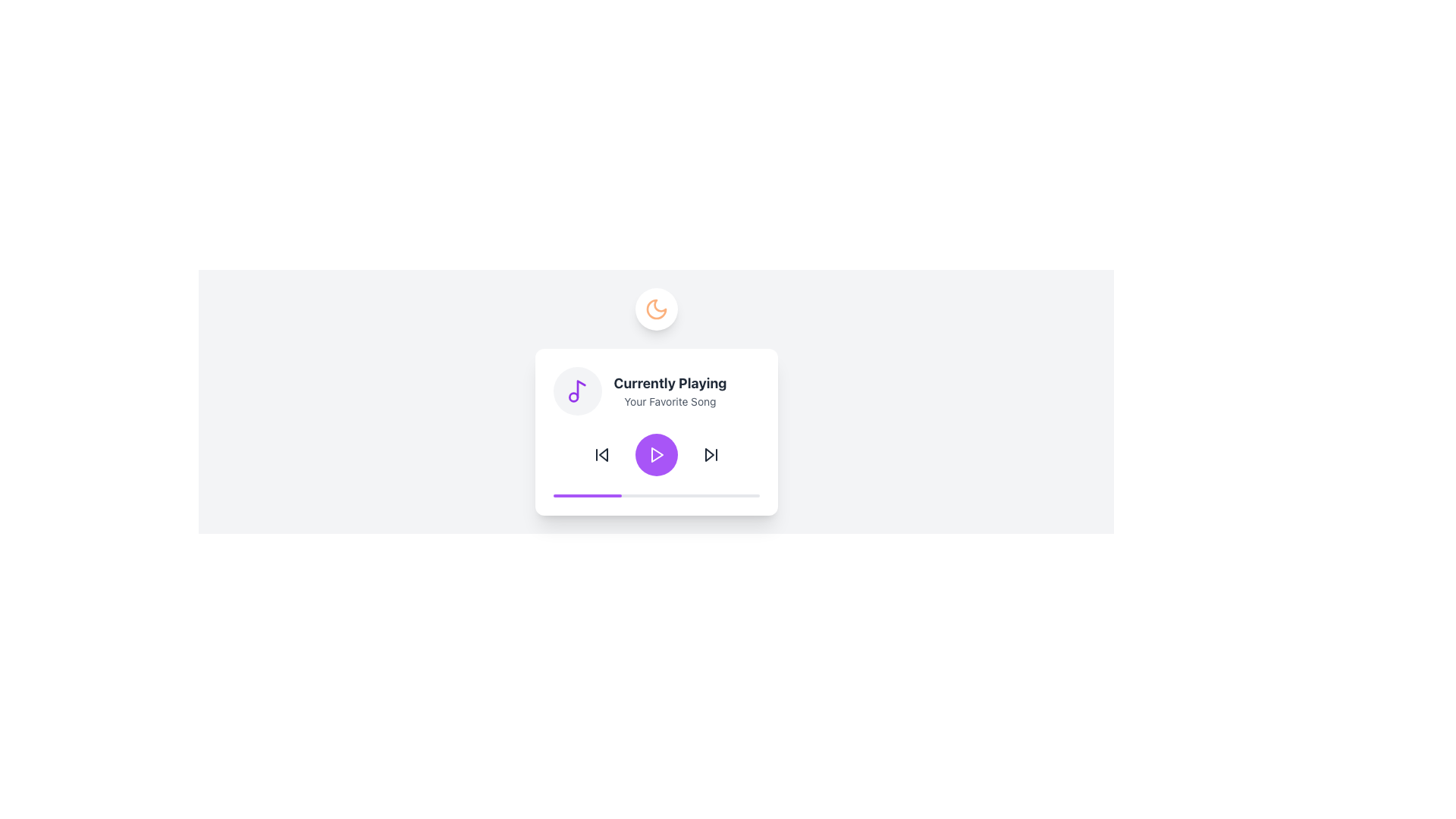 This screenshot has height=819, width=1456. Describe the element at coordinates (656, 454) in the screenshot. I see `the play button in the music player interface` at that location.